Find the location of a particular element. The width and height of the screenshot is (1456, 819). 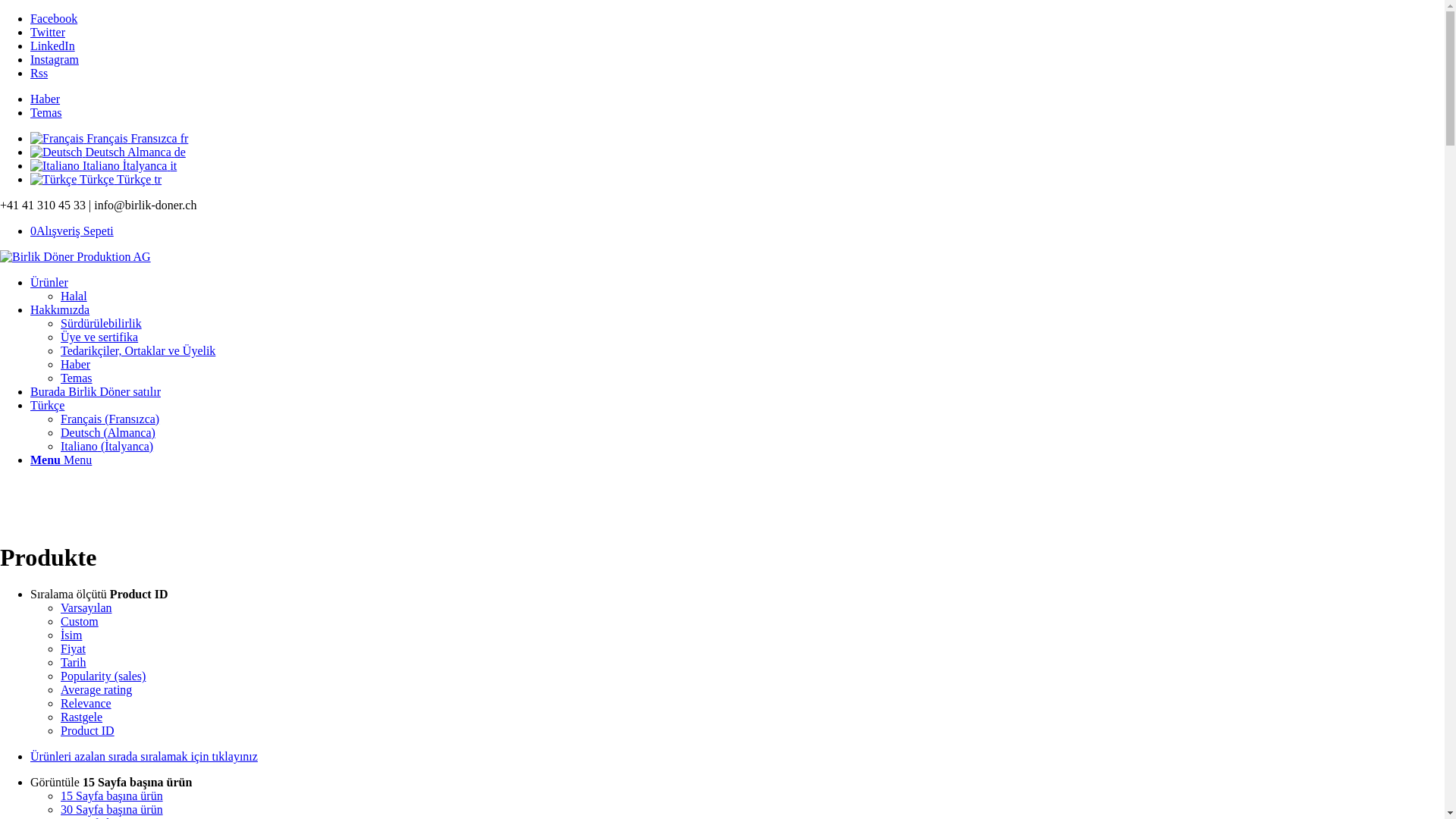

'Relevance' is located at coordinates (85, 703).